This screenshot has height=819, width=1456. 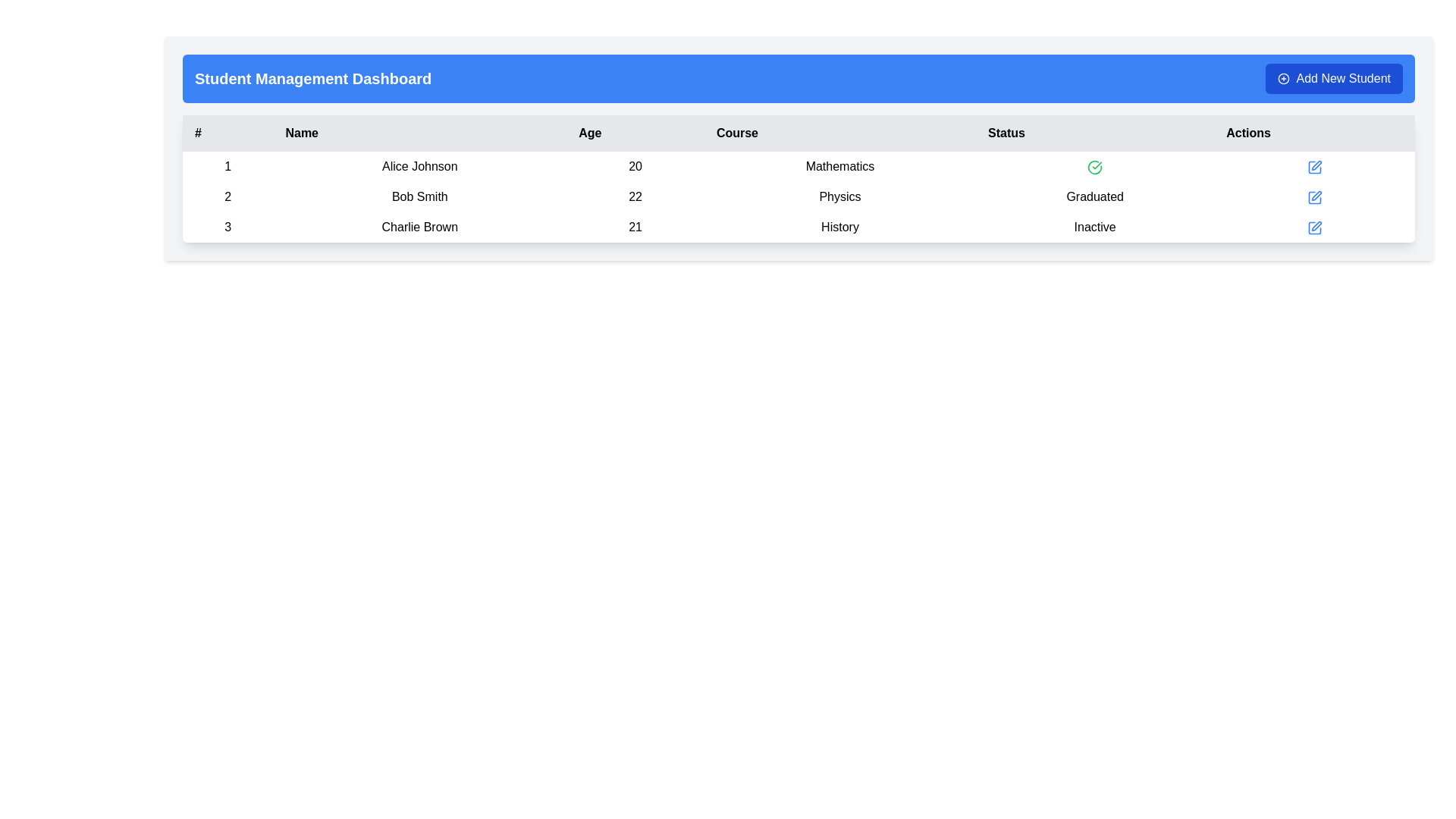 I want to click on the edit icon button in the 'Actions' column for the student named 'Bob Smith', so click(x=1316, y=165).